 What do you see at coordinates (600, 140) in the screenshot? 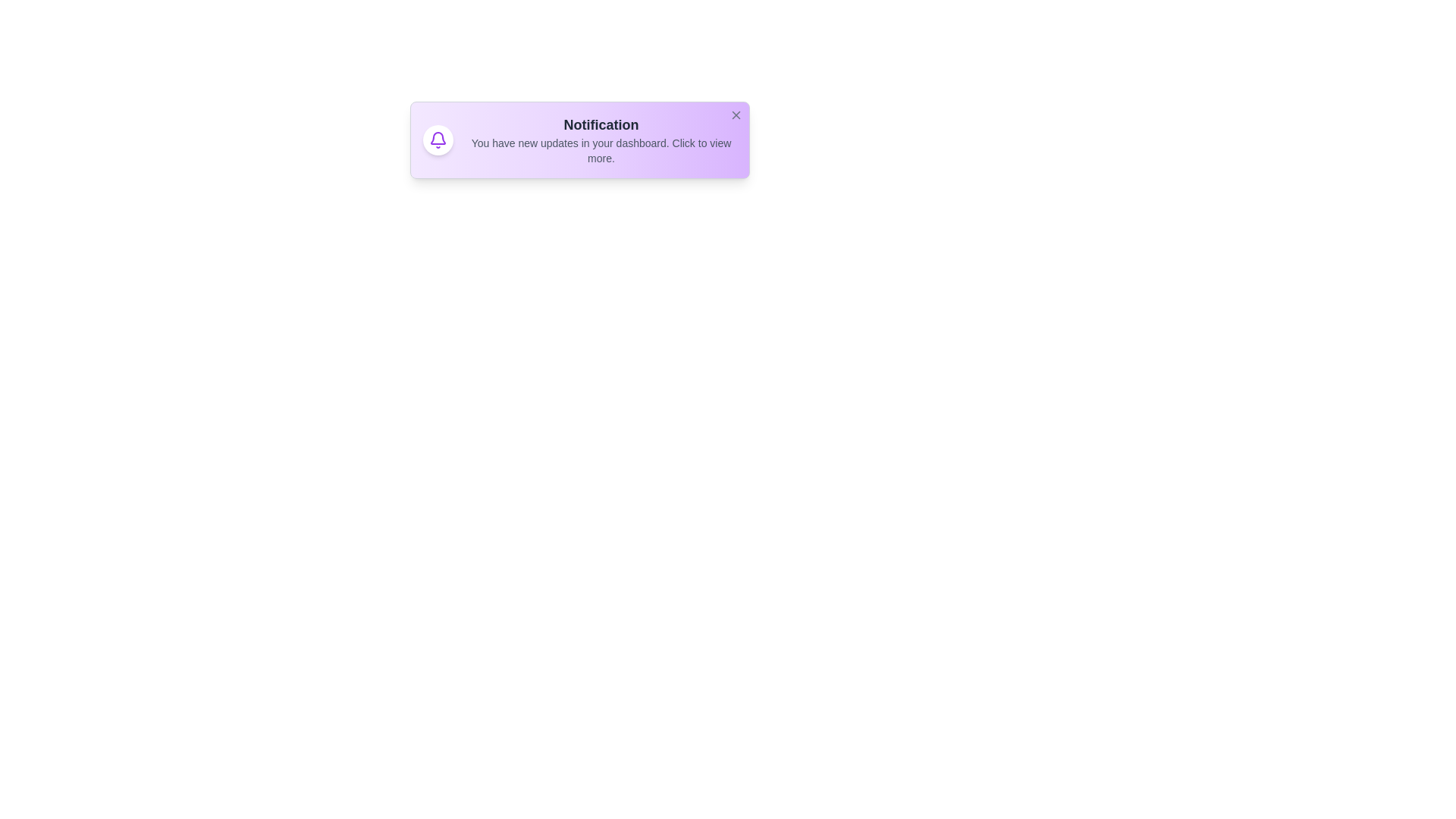
I see `the Text Group element that informs the user about new updates available in the dashboard, located within the main notification card to the right of the bell icon` at bounding box center [600, 140].